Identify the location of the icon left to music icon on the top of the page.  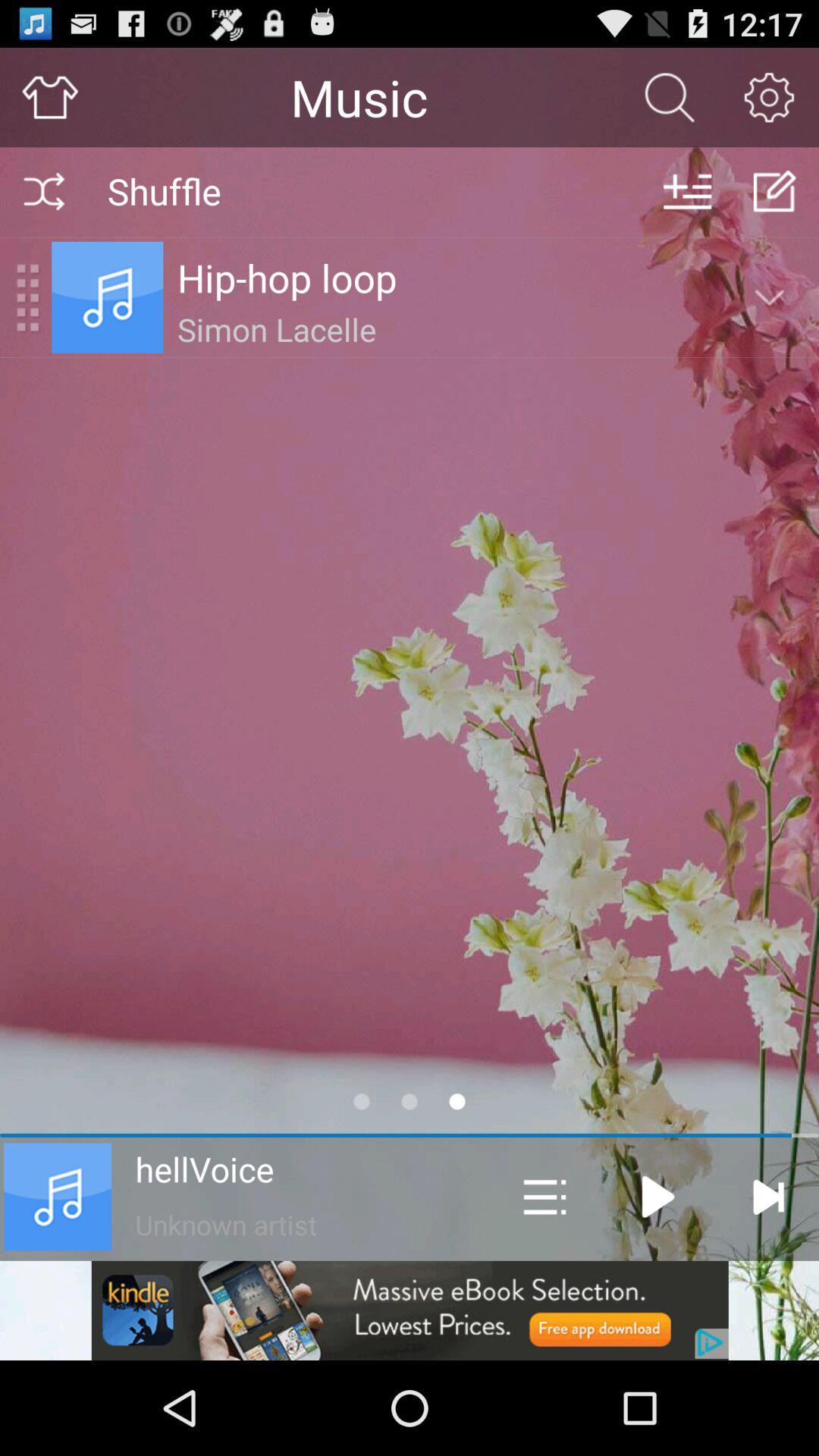
(27, 297).